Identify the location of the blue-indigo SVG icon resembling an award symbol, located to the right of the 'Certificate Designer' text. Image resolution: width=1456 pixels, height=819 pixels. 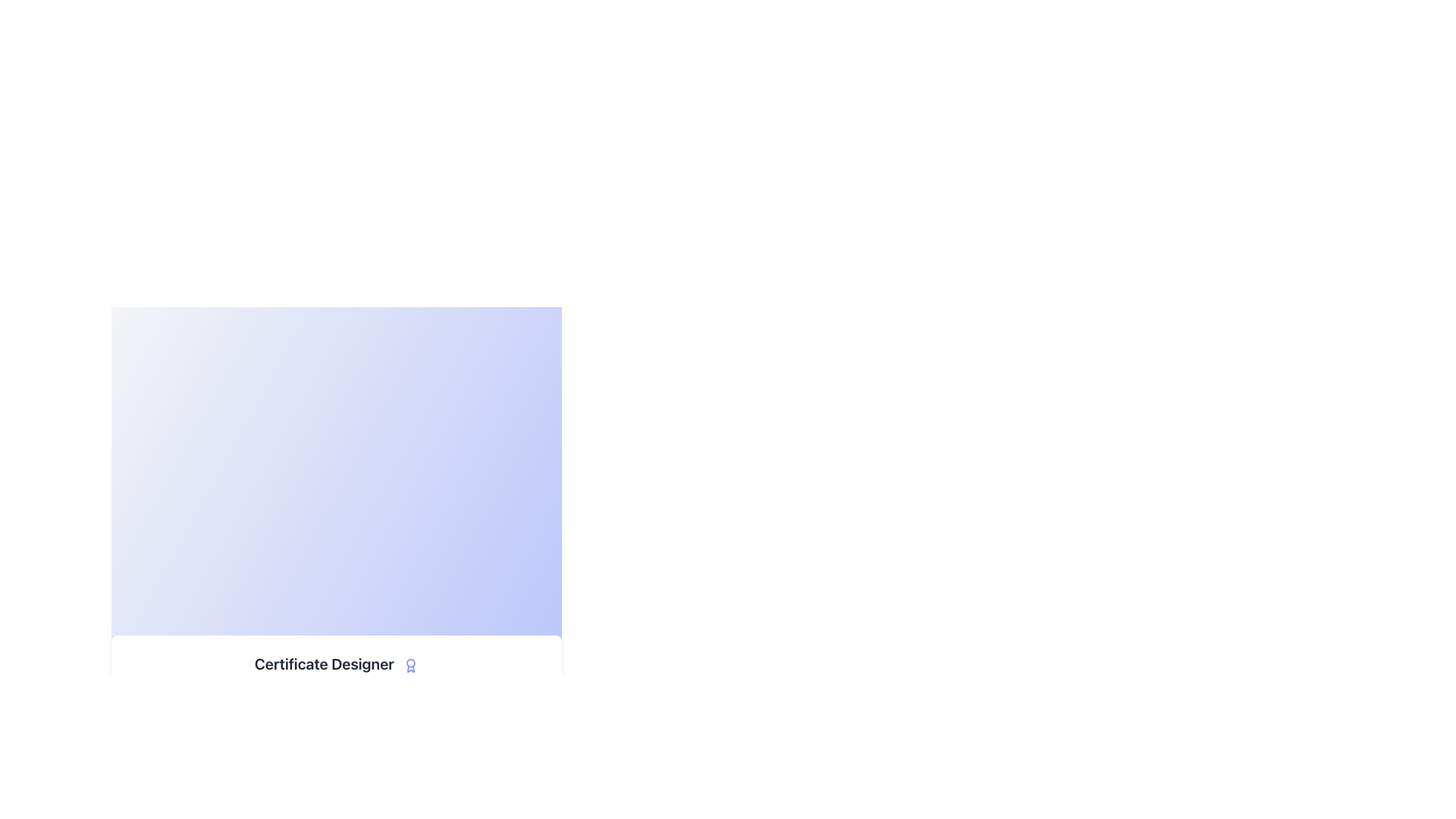
(411, 664).